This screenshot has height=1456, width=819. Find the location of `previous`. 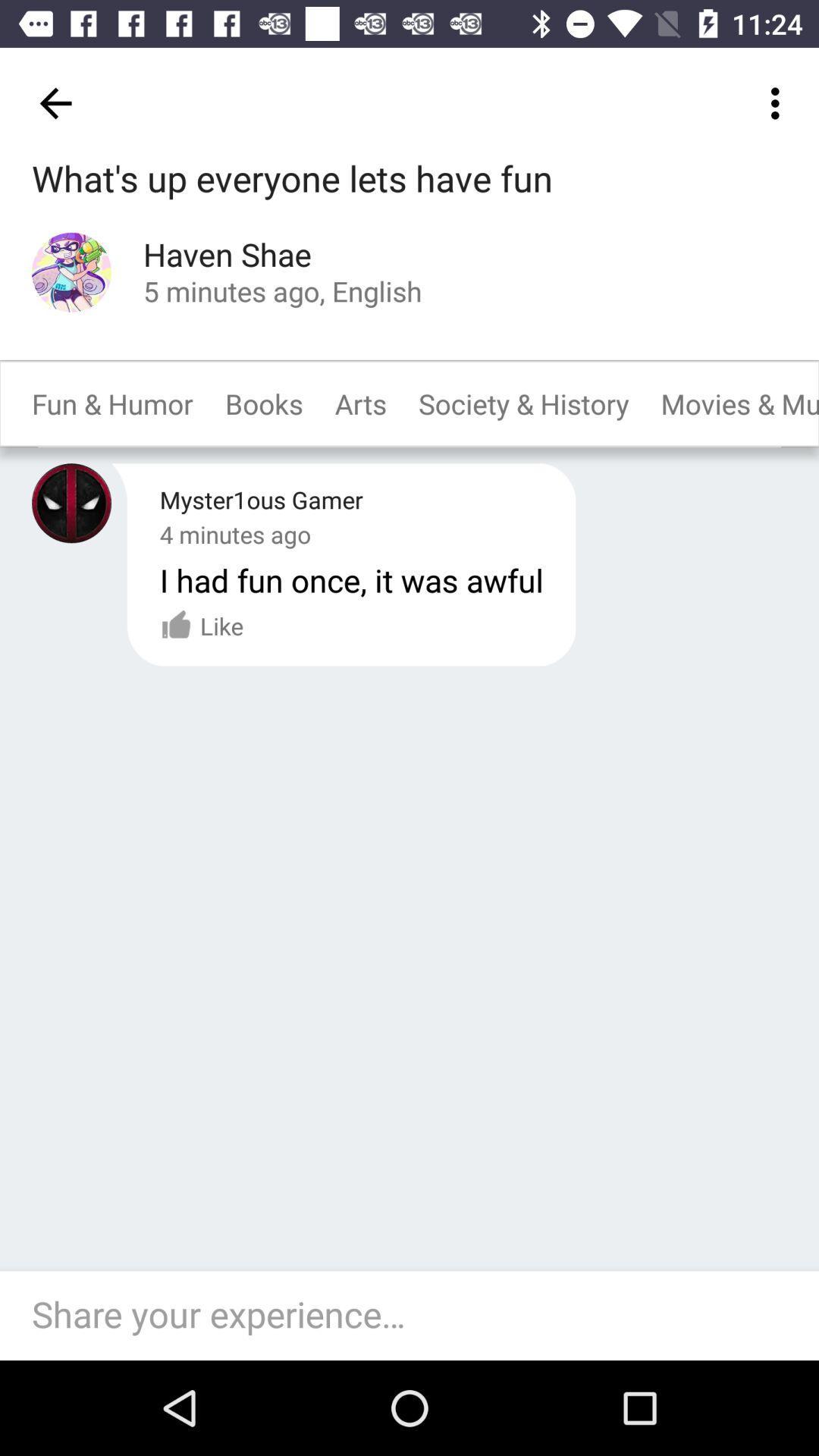

previous is located at coordinates (71, 503).